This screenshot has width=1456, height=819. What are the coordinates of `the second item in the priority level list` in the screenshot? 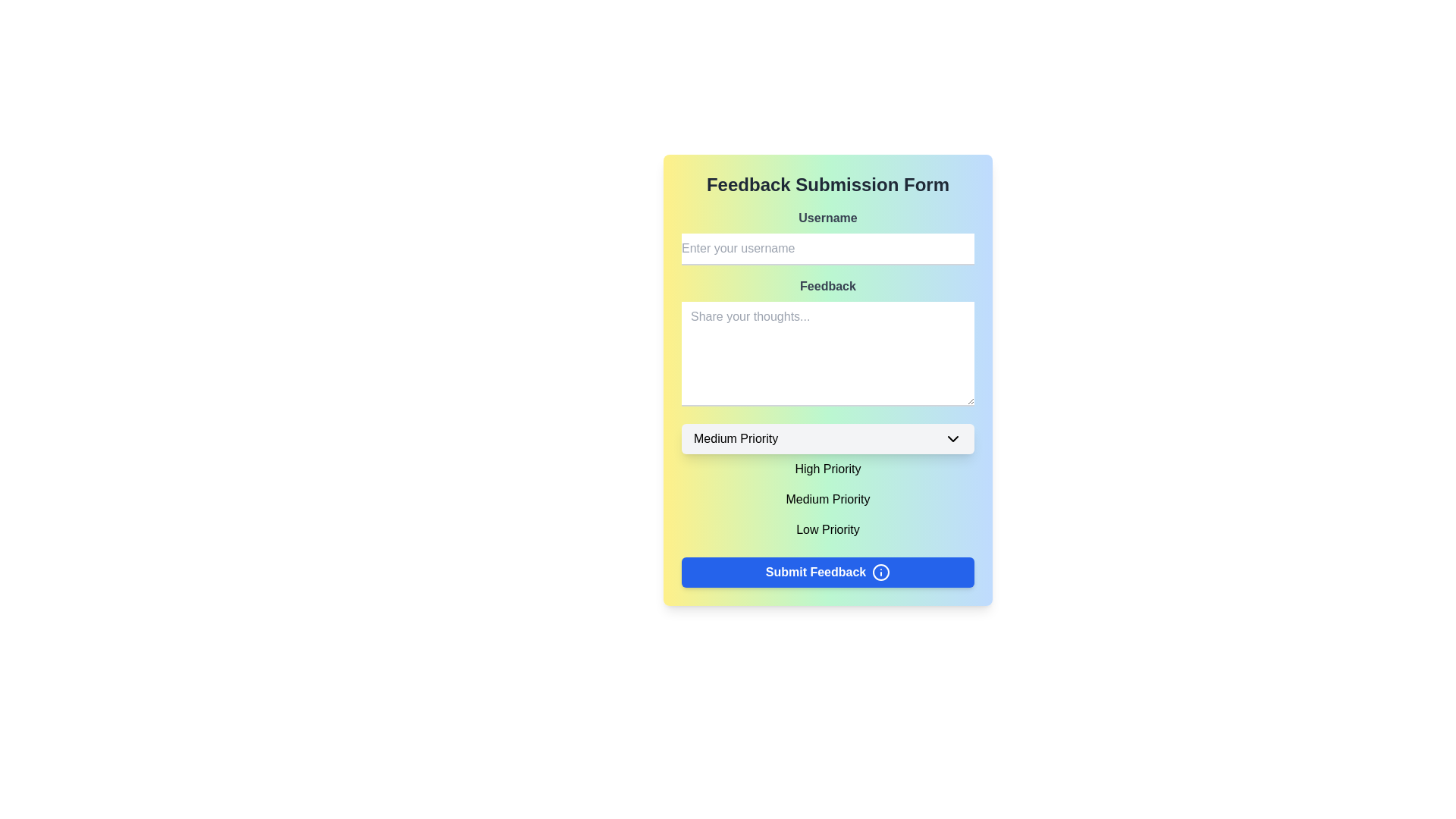 It's located at (827, 500).